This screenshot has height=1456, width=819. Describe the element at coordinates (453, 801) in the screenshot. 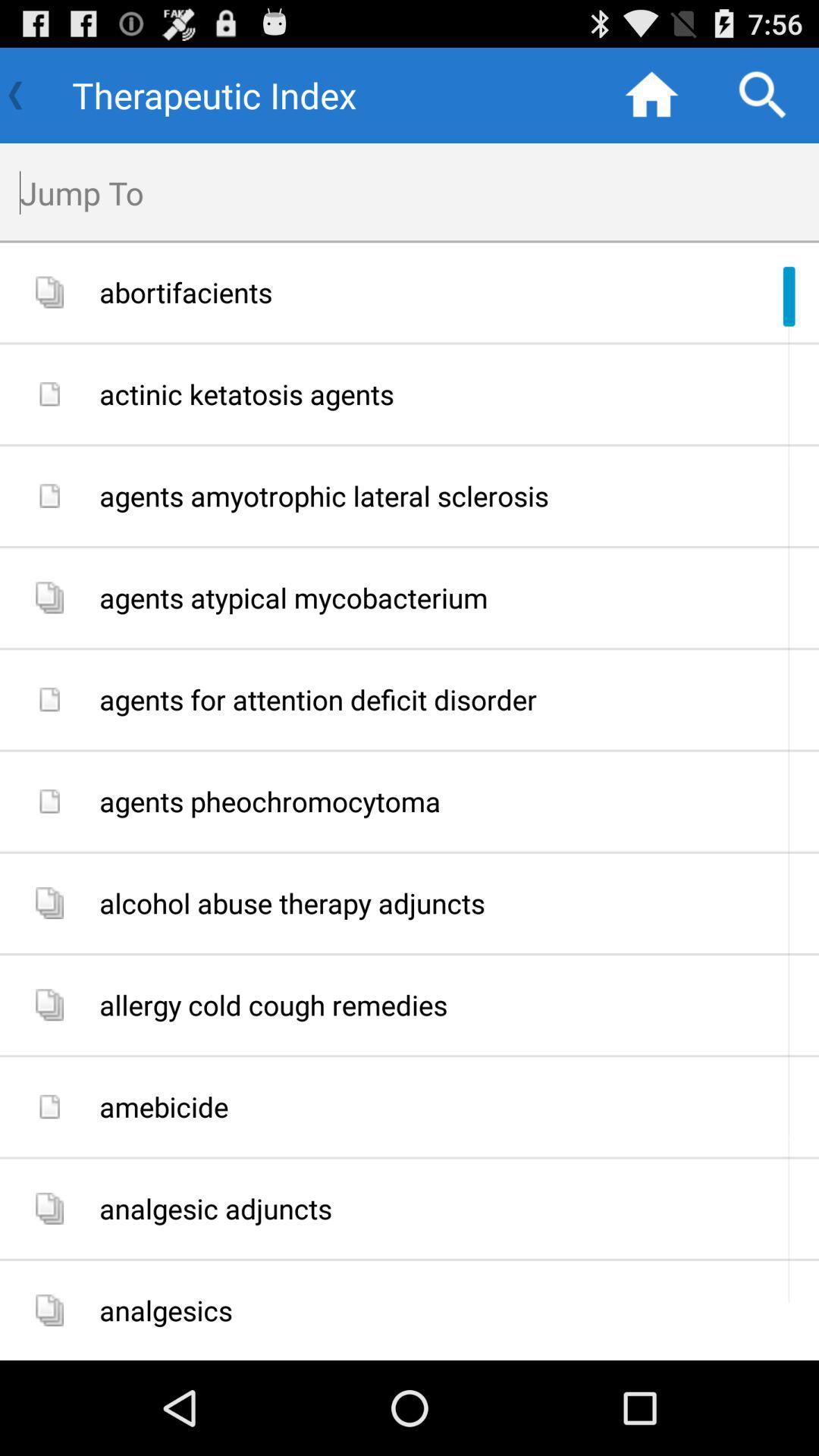

I see `the app above the alcohol abuse therapy app` at that location.